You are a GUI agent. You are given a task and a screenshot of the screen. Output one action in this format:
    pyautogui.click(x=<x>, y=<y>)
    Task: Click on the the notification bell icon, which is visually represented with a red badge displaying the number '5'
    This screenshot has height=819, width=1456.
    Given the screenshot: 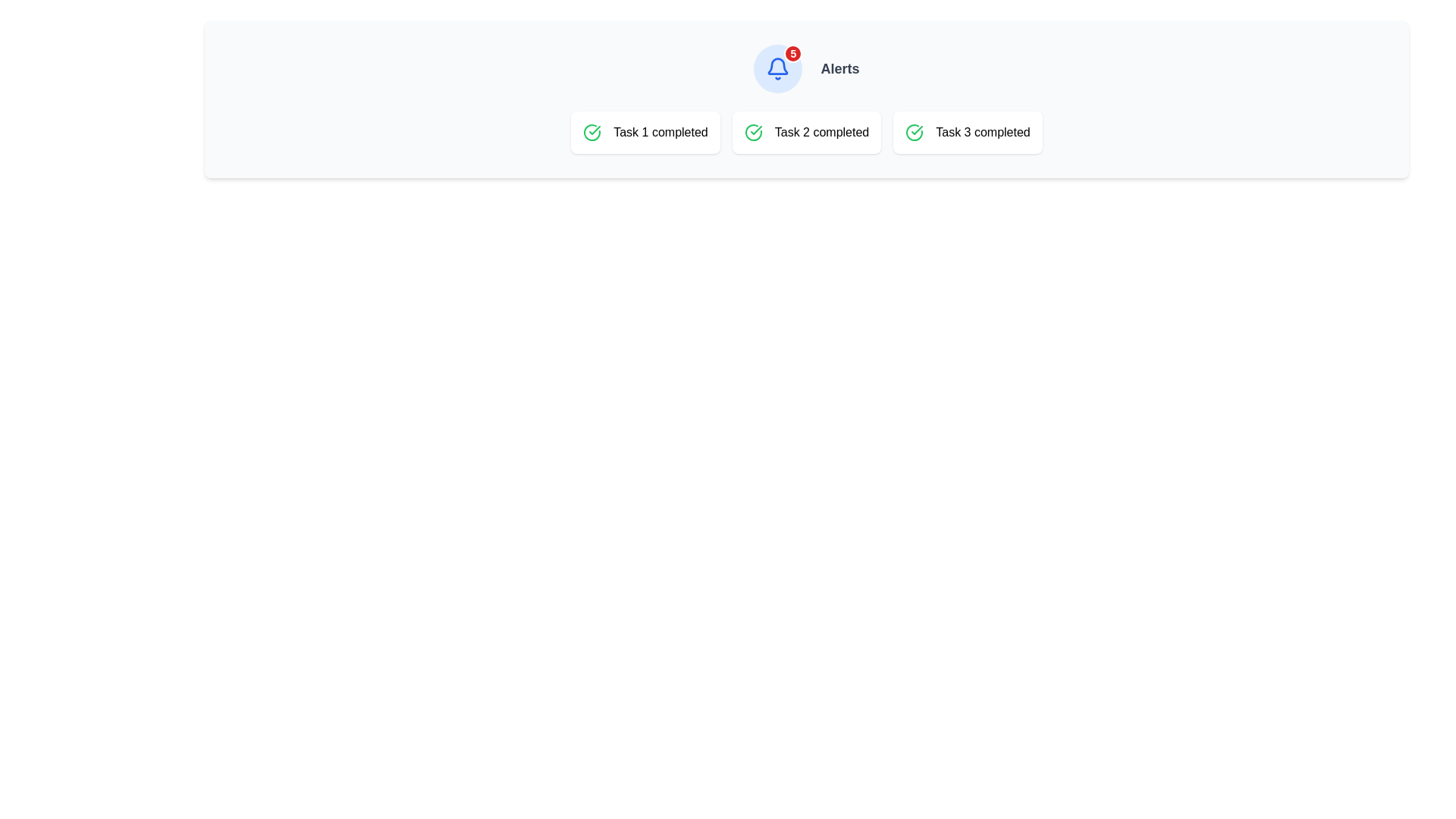 What is the action you would take?
    pyautogui.click(x=778, y=69)
    